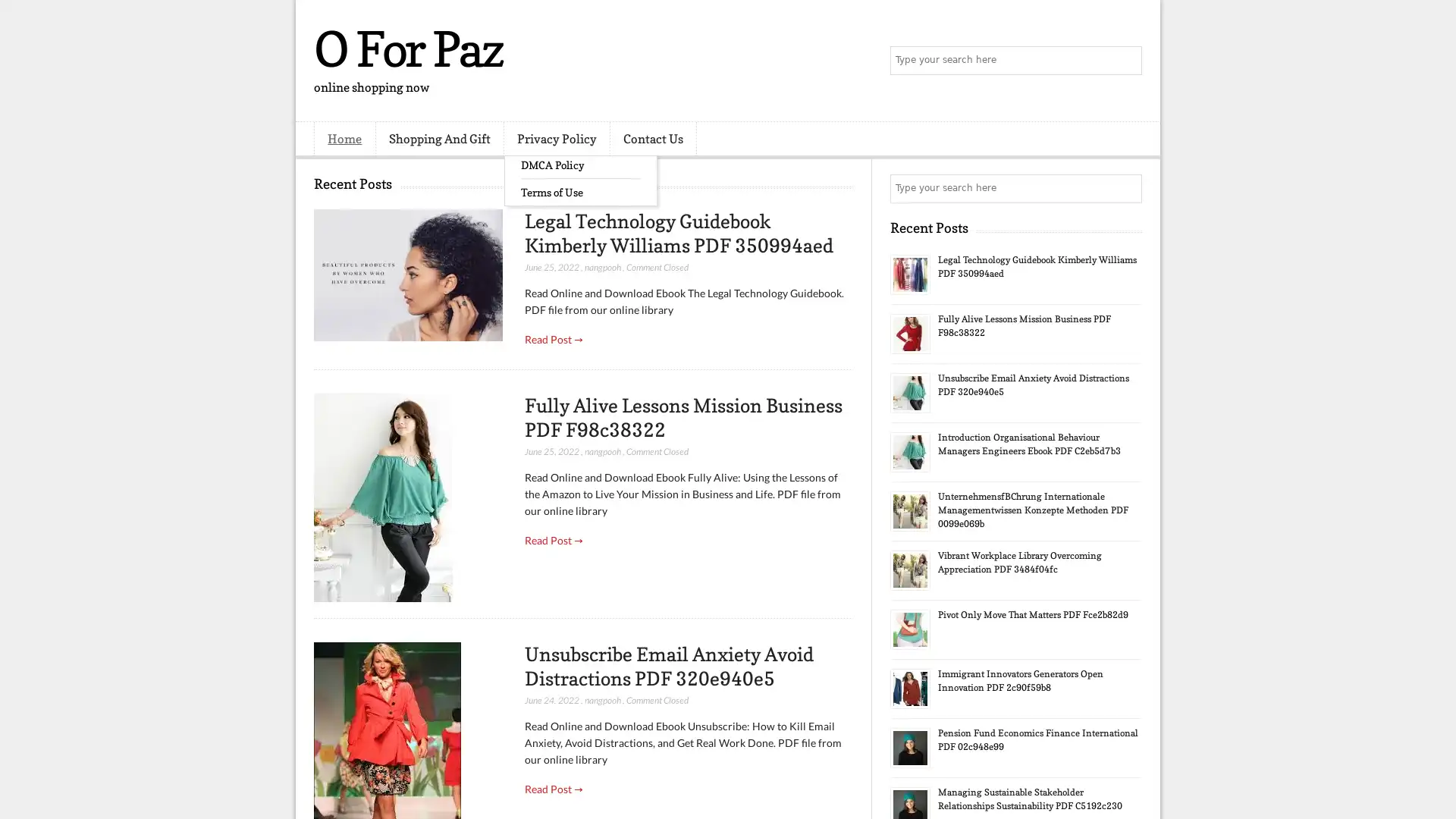 This screenshot has width=1456, height=819. Describe the element at coordinates (1126, 188) in the screenshot. I see `Search` at that location.